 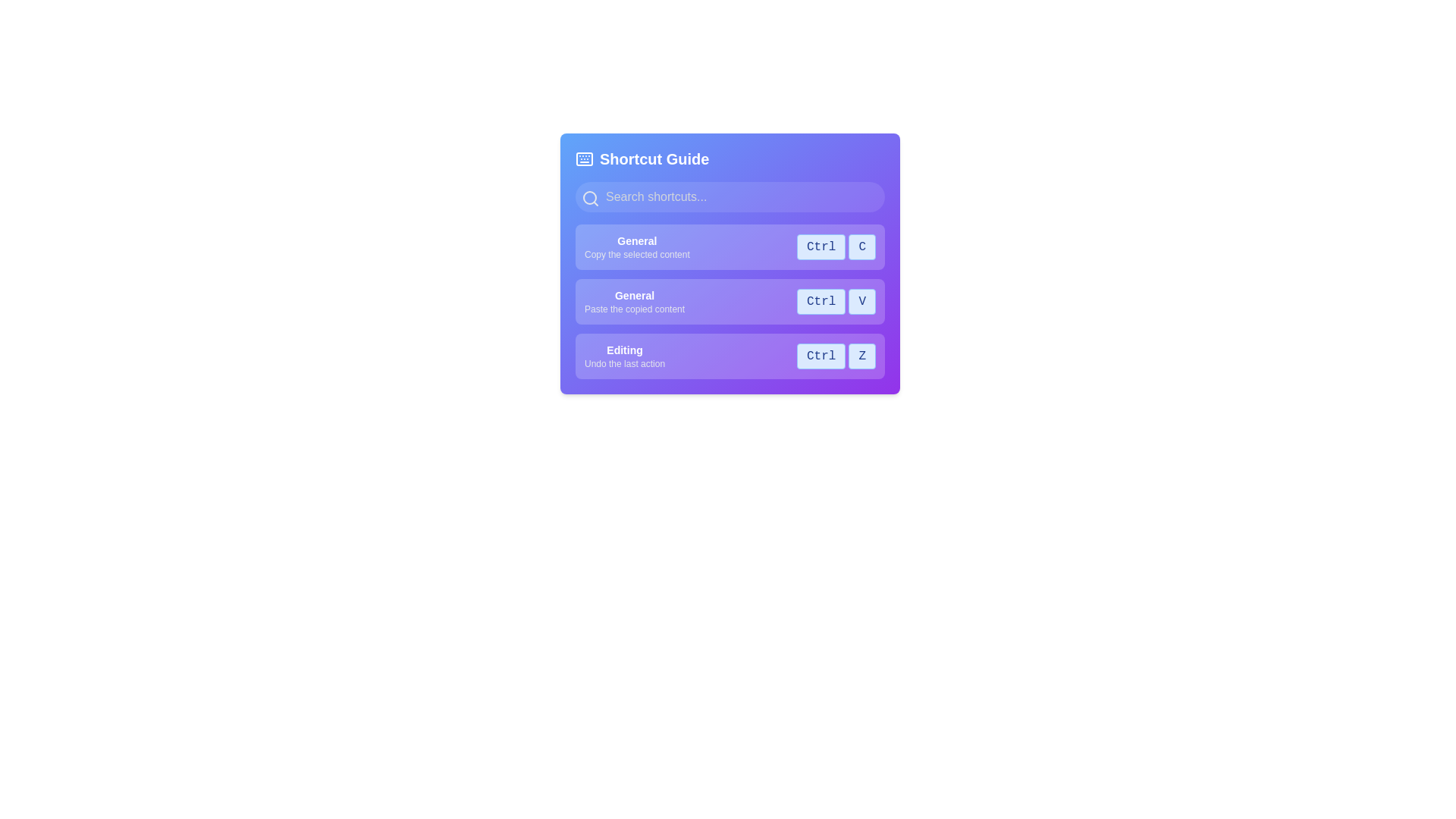 What do you see at coordinates (625, 356) in the screenshot?
I see `the Text description label that provides information about the 'Ctrl + Z' shortcut, located at the bottom of the 'Shortcut Guide' interface` at bounding box center [625, 356].